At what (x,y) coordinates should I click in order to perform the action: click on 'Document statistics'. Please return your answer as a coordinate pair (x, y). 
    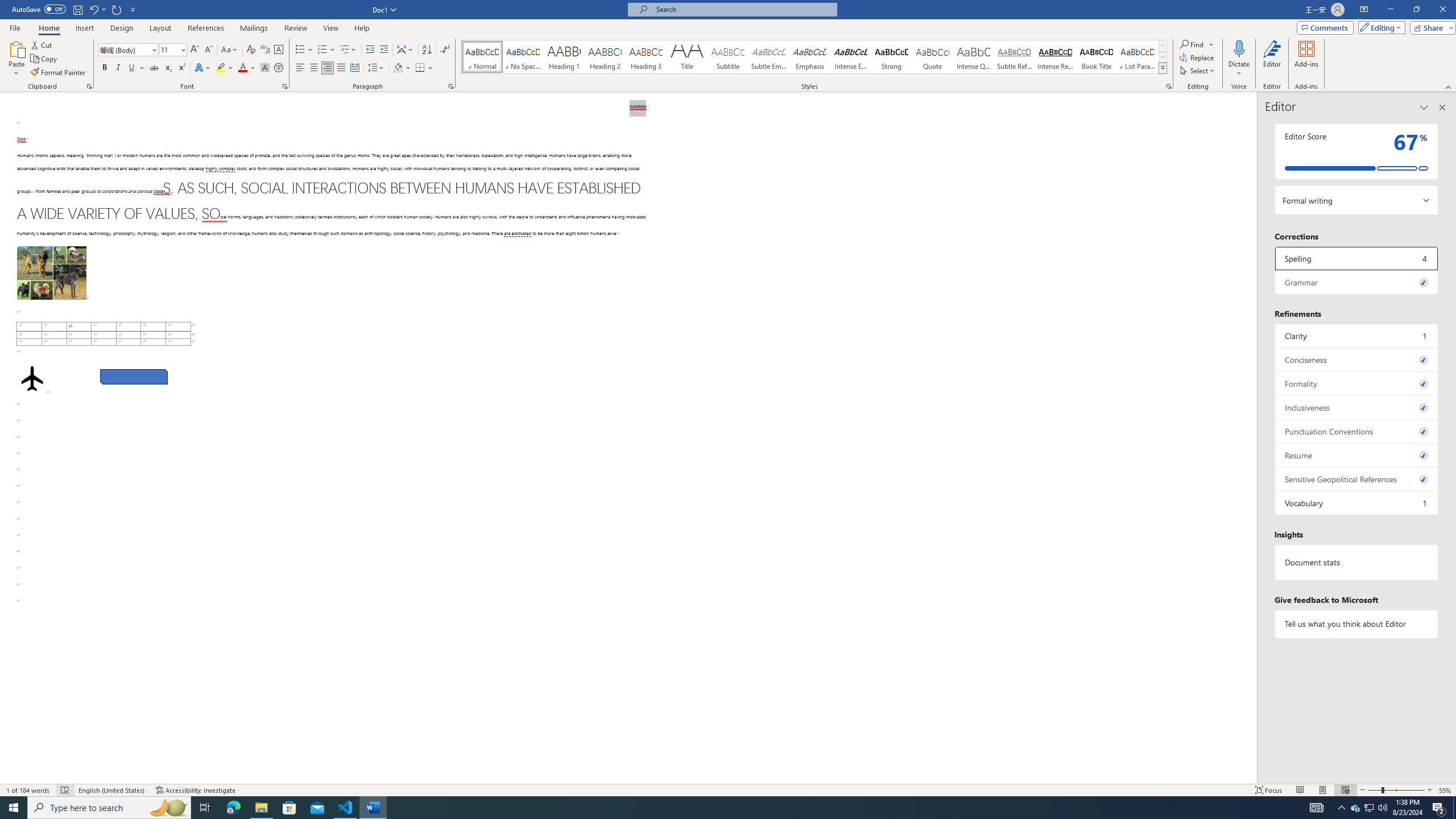
    Looking at the image, I should click on (1356, 562).